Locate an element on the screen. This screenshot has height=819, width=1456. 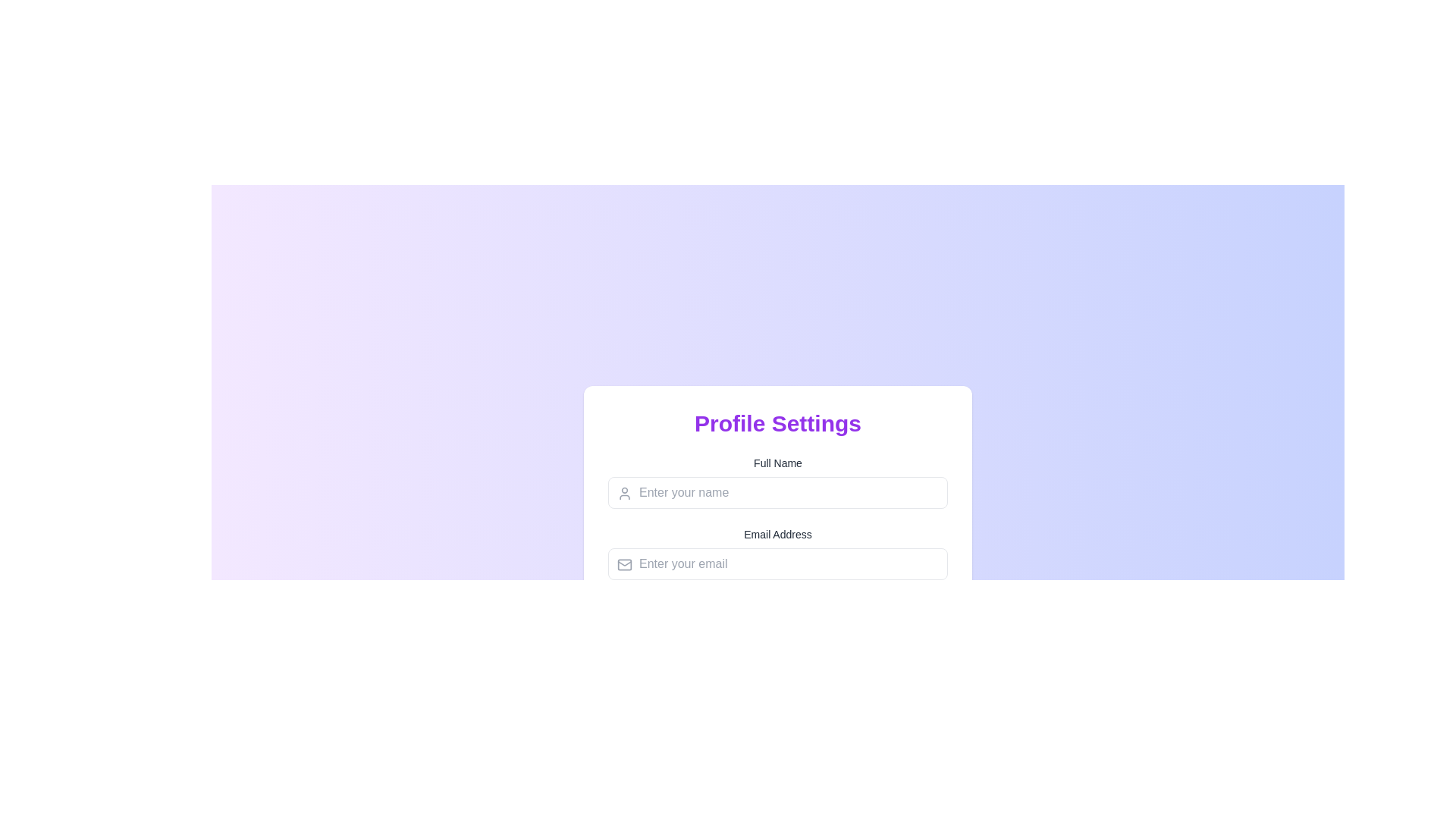
the text label reading 'Full Name' which is prominently styled above the input field for entering the full name is located at coordinates (778, 462).